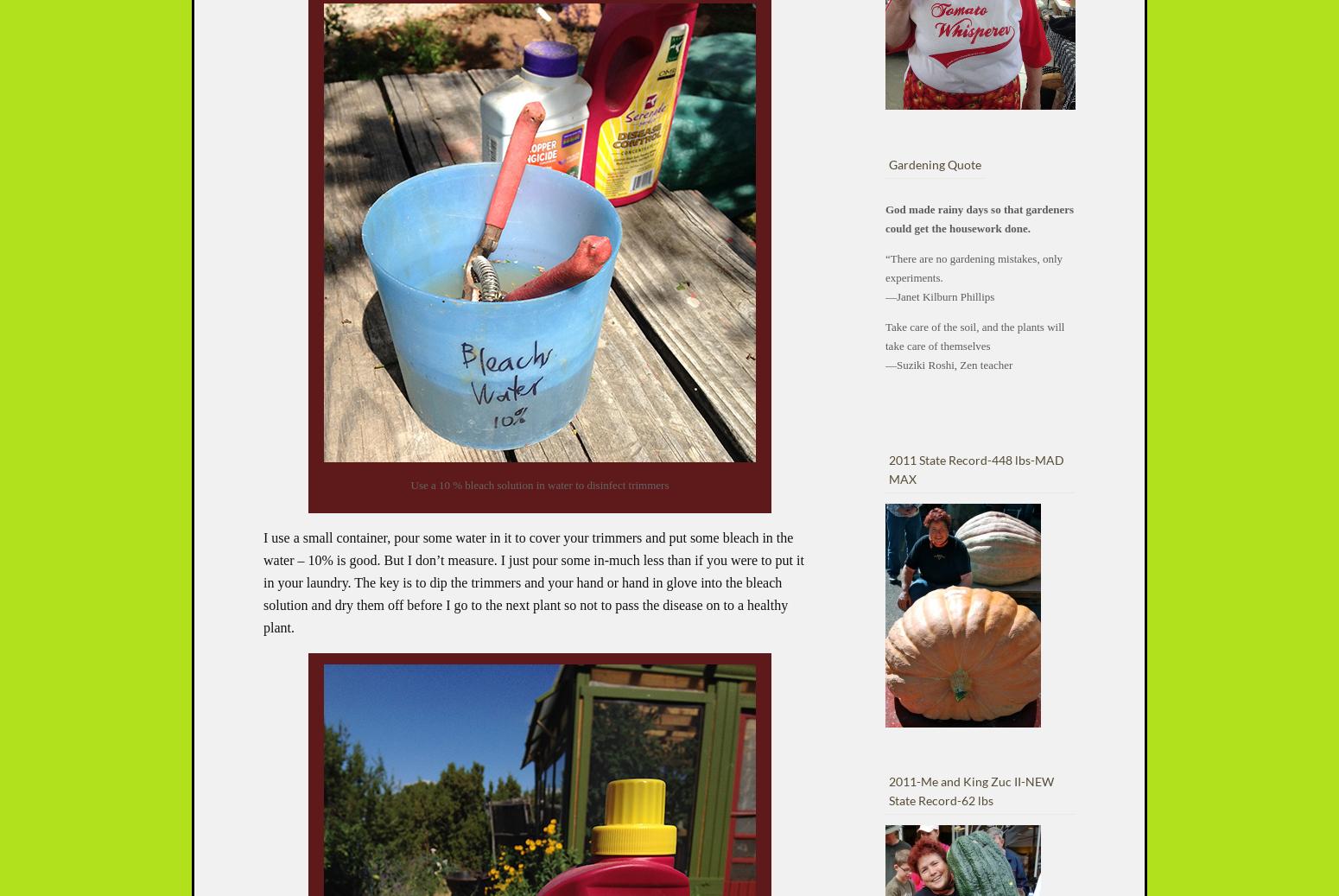  Describe the element at coordinates (889, 469) in the screenshot. I see `'2011 State Record-448 lbs-MAD MAX'` at that location.